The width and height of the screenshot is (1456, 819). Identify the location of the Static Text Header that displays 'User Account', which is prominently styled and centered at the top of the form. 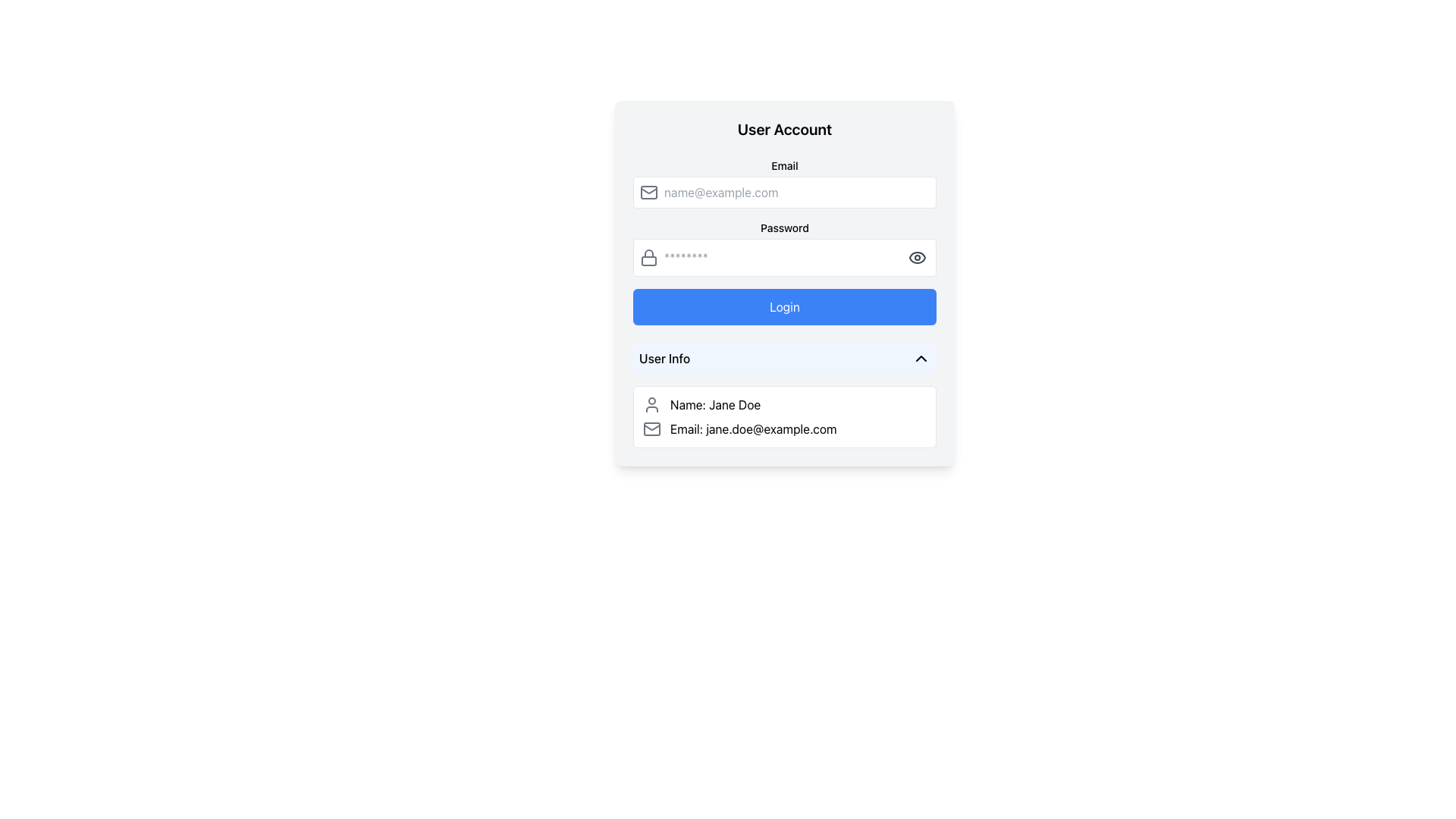
(785, 128).